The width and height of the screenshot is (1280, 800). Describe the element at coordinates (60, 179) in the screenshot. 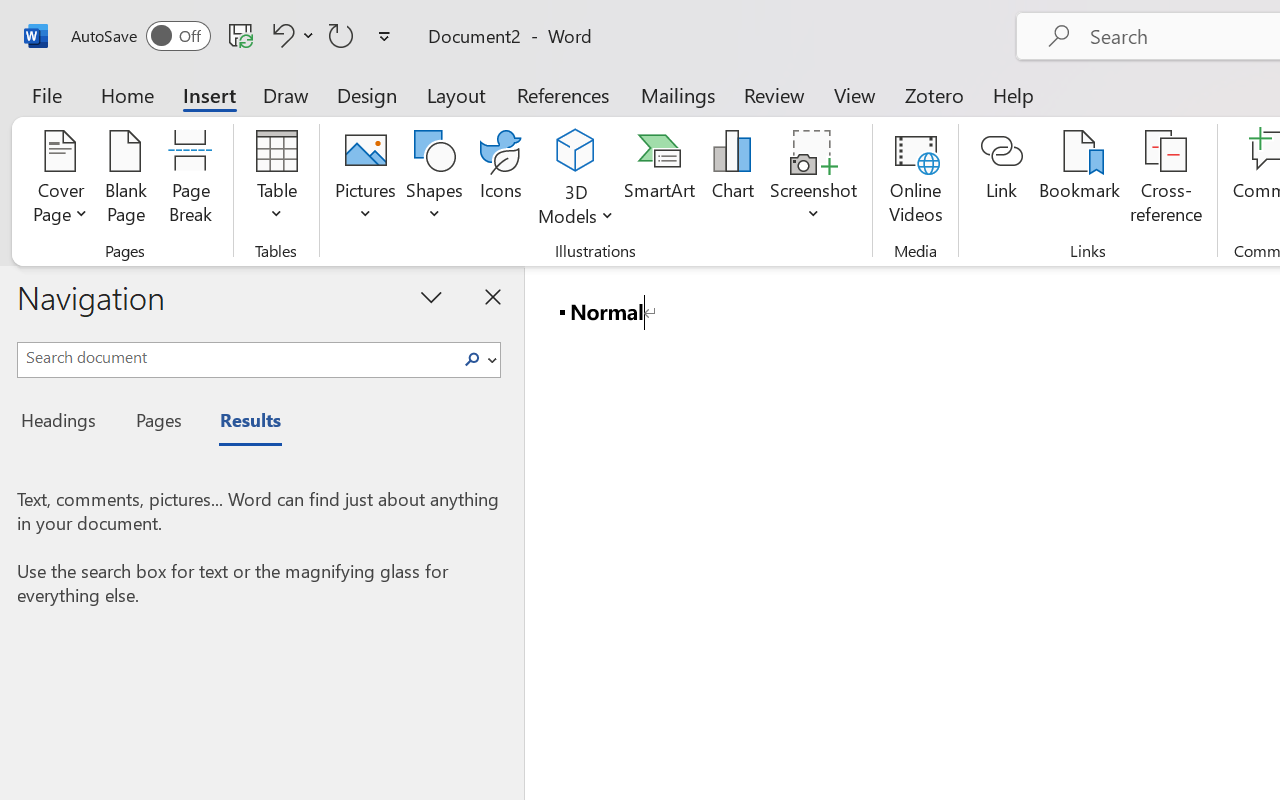

I see `'Cover Page'` at that location.